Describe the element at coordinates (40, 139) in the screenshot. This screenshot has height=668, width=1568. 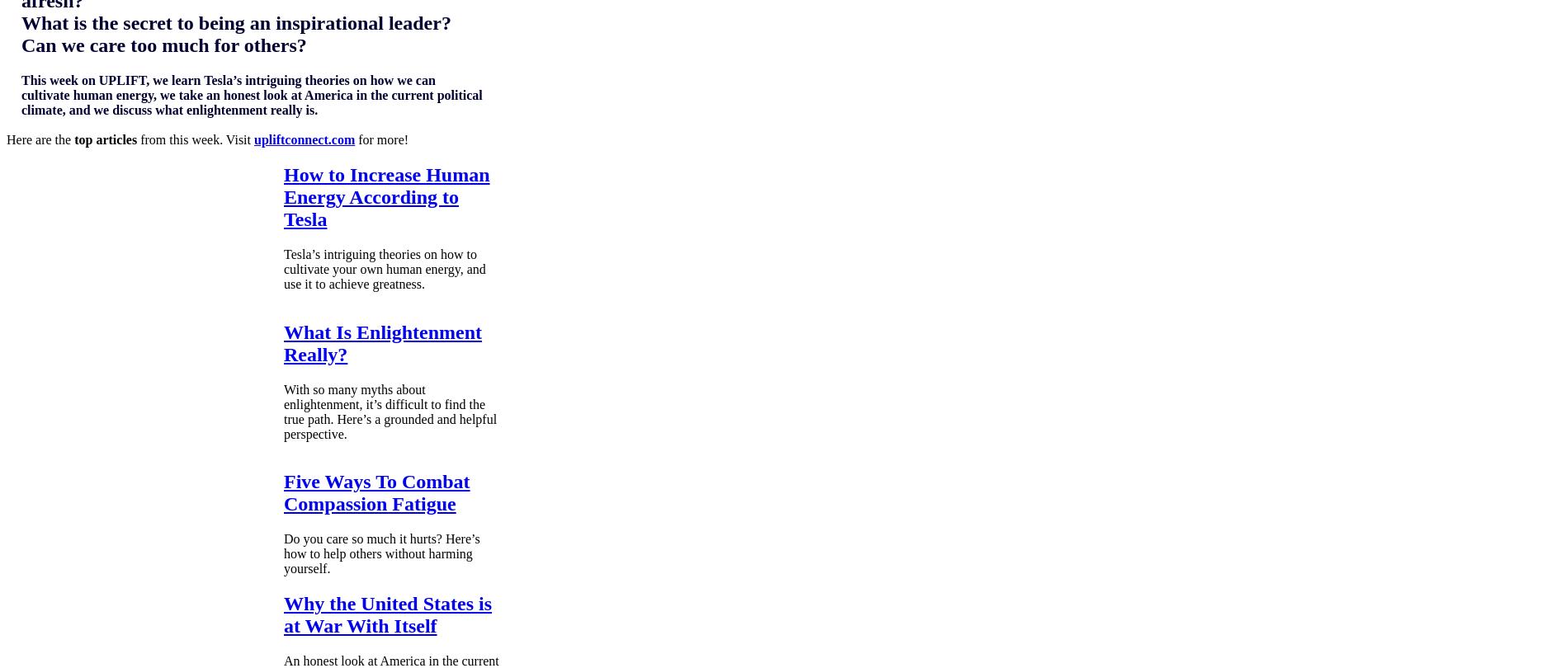
I see `'Here are the'` at that location.